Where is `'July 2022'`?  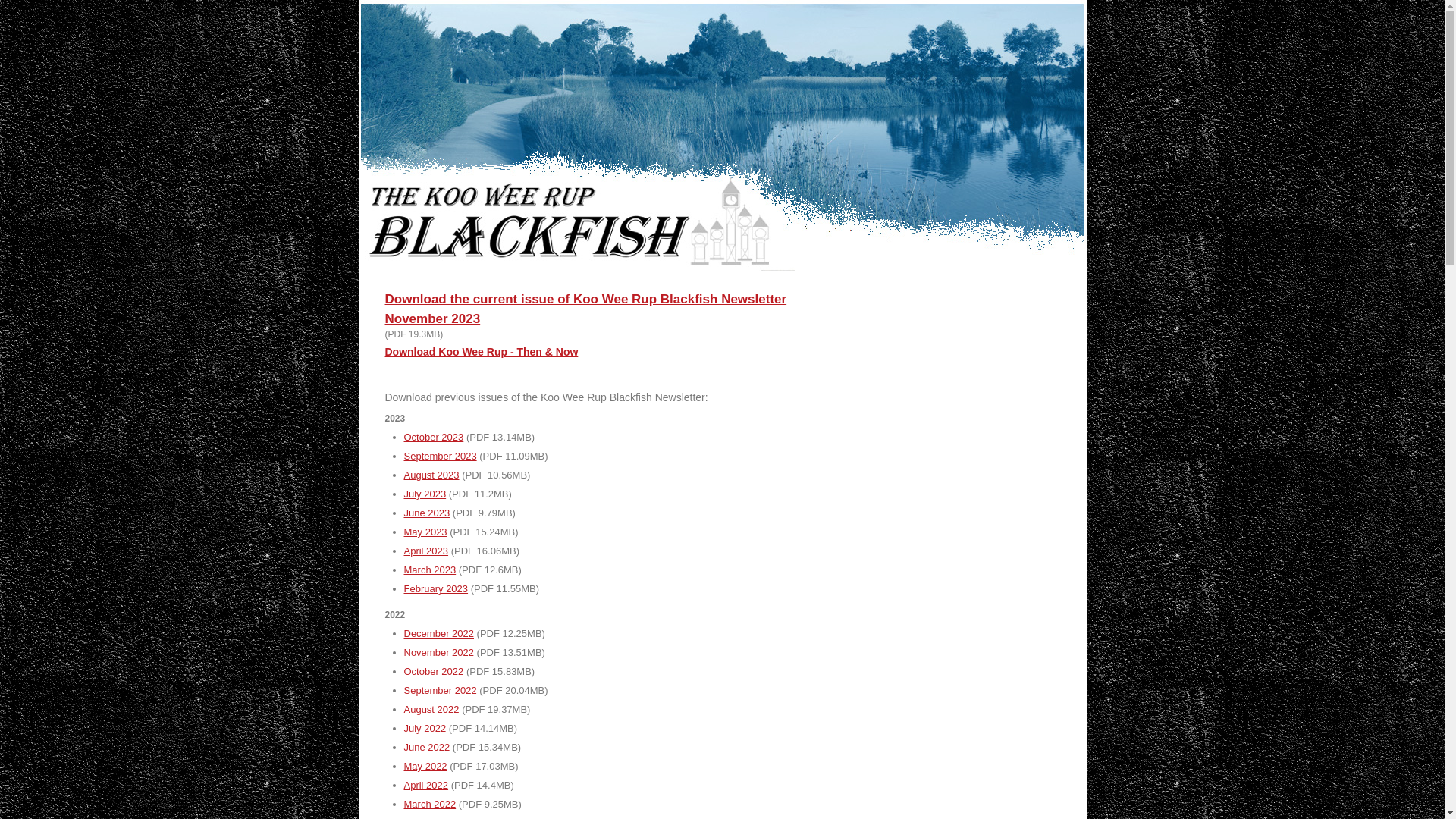
'July 2022' is located at coordinates (425, 727).